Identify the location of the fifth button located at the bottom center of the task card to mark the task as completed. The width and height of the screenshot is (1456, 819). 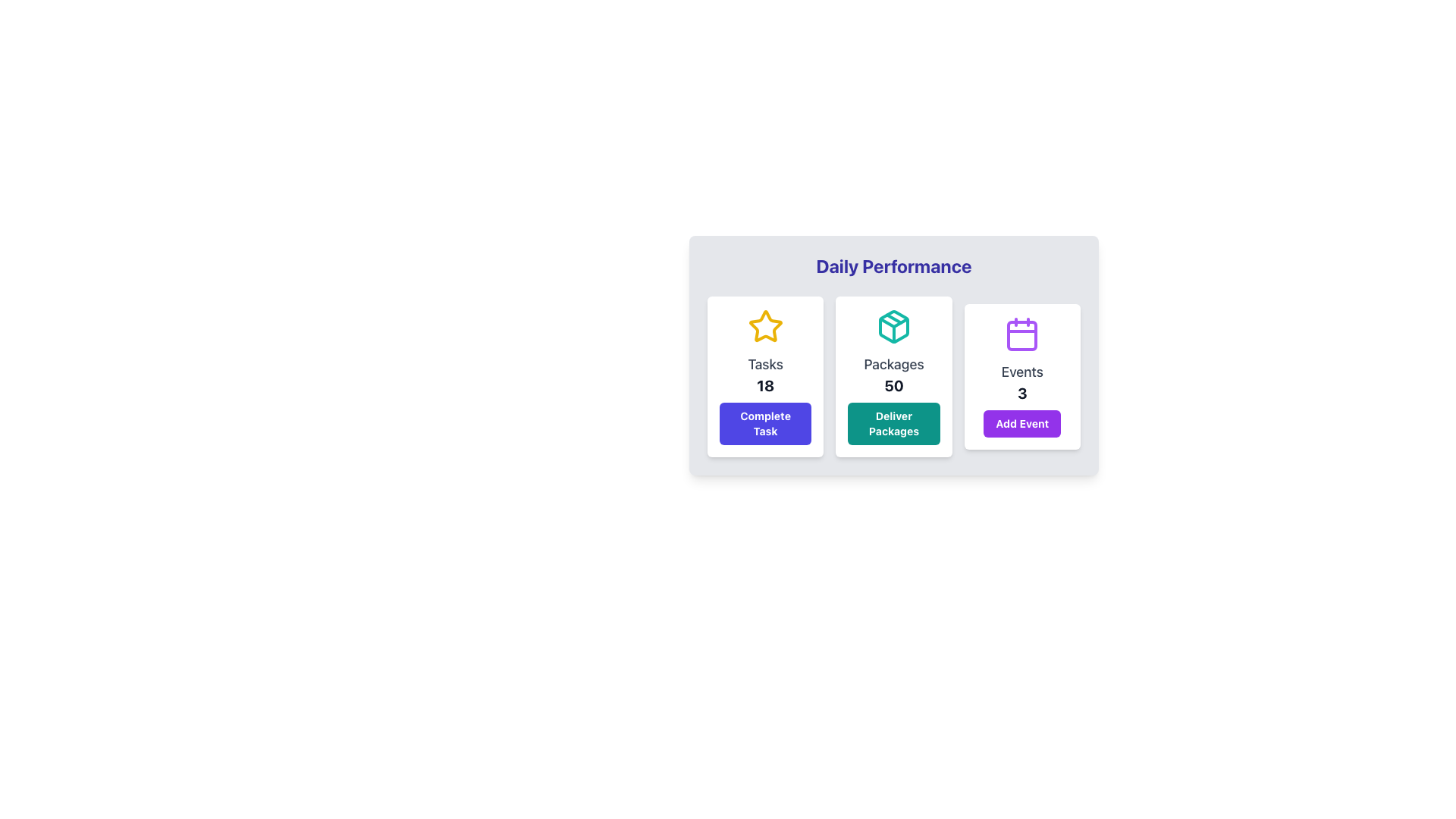
(765, 424).